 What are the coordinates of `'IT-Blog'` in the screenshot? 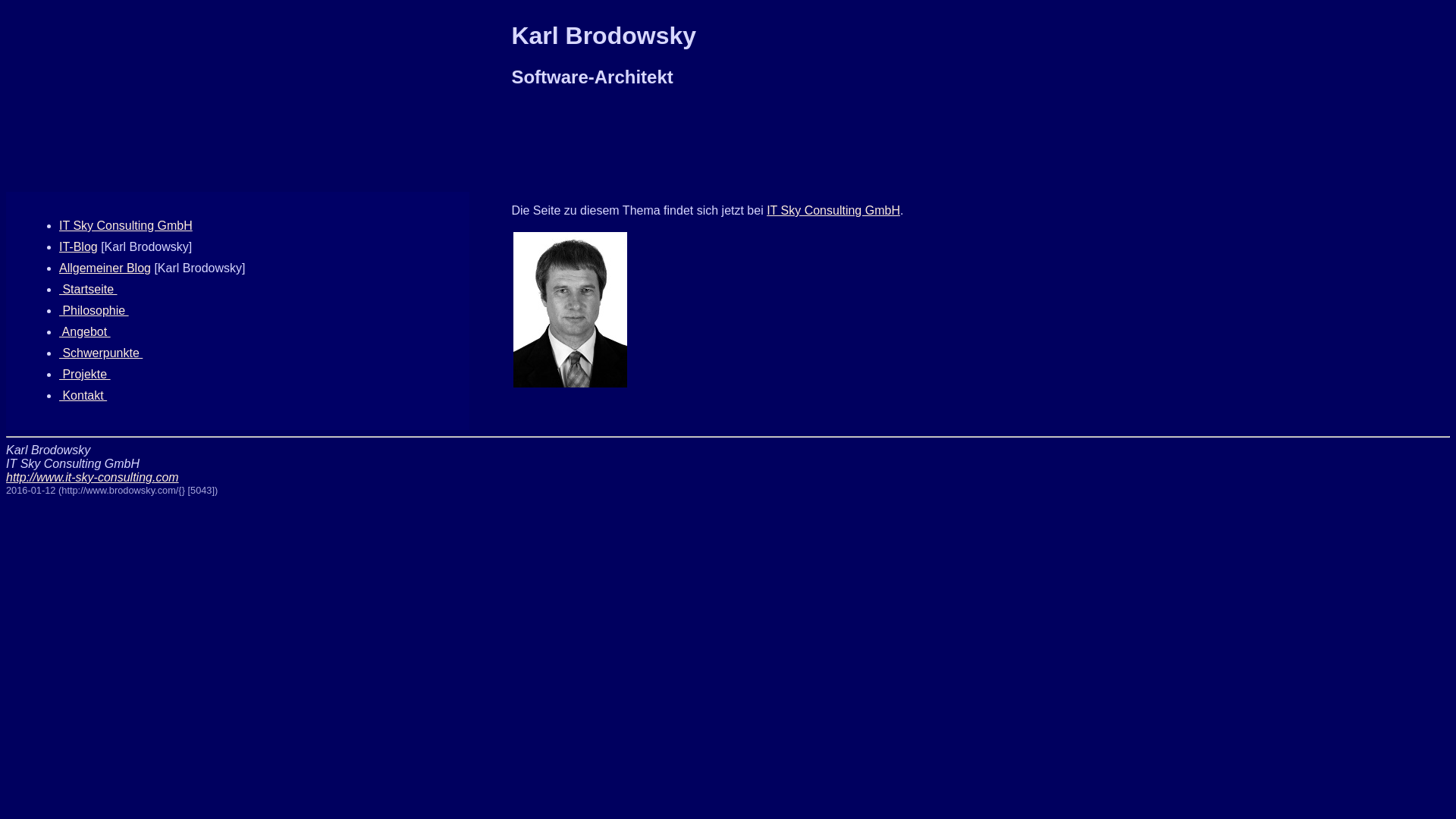 It's located at (77, 246).